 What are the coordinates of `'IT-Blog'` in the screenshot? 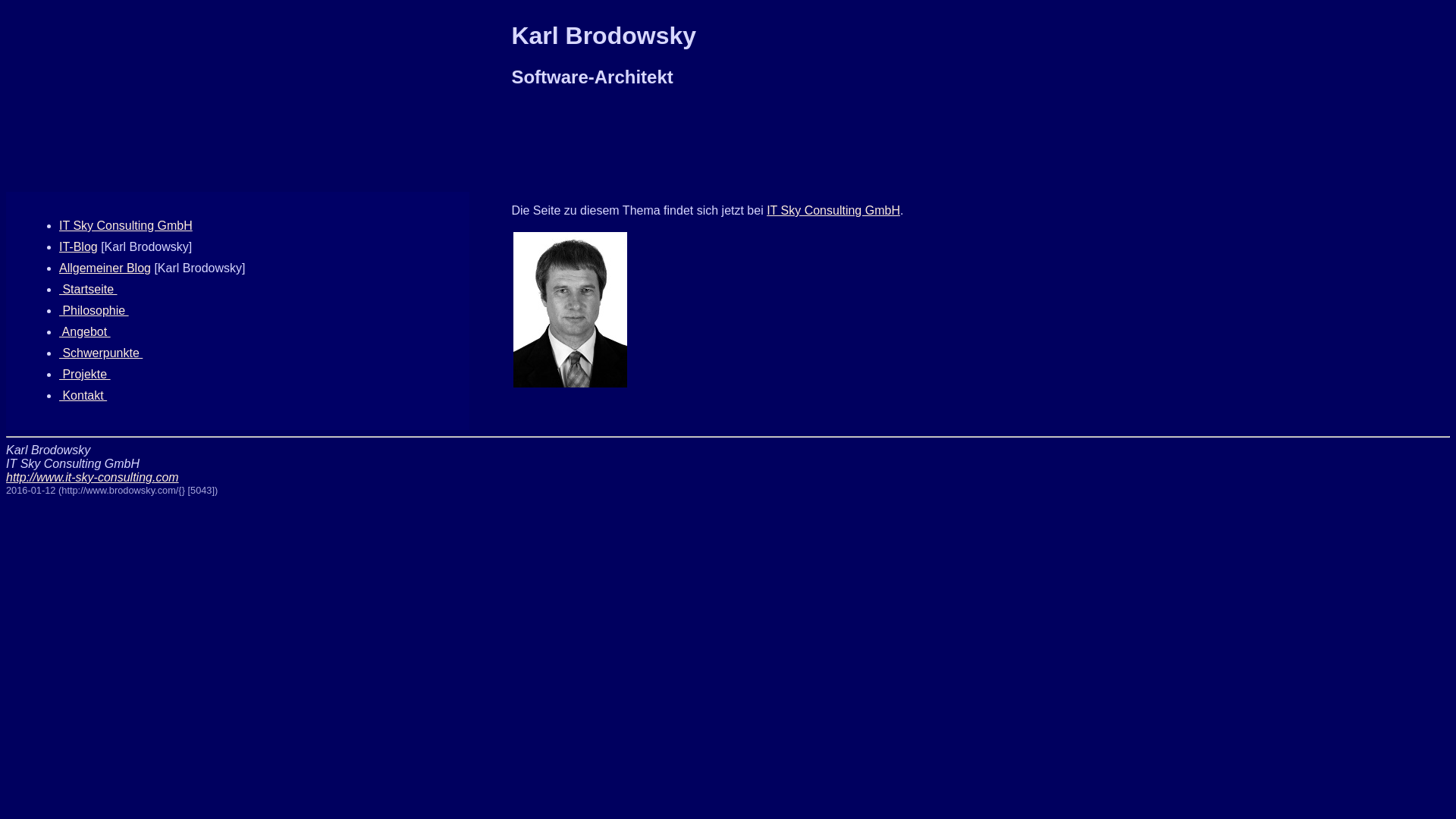 It's located at (77, 246).